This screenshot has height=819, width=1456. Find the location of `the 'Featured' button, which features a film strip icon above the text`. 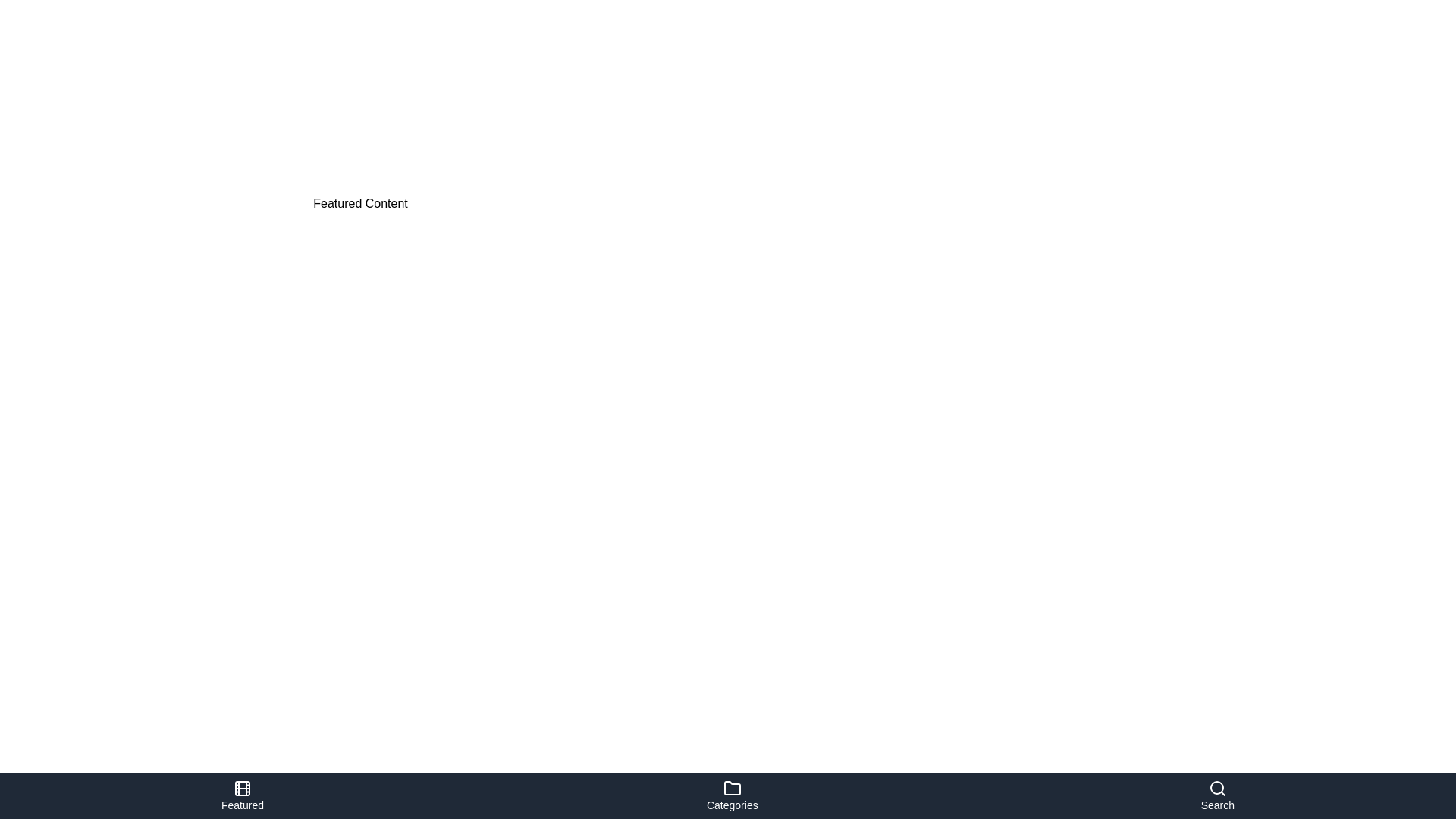

the 'Featured' button, which features a film strip icon above the text is located at coordinates (243, 795).